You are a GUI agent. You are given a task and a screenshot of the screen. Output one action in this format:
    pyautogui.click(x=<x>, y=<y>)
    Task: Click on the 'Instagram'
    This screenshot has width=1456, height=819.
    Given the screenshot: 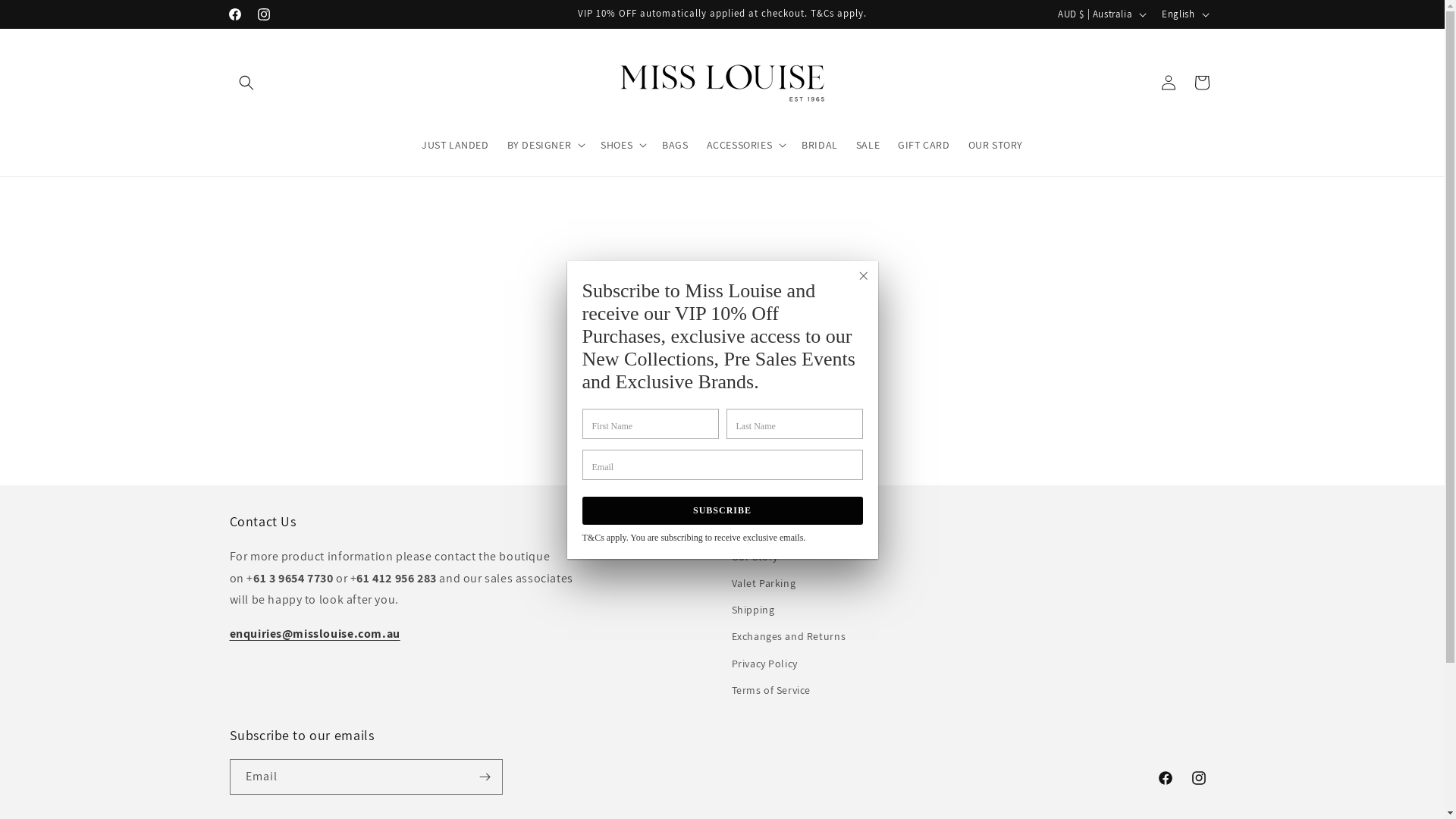 What is the action you would take?
    pyautogui.click(x=1197, y=778)
    